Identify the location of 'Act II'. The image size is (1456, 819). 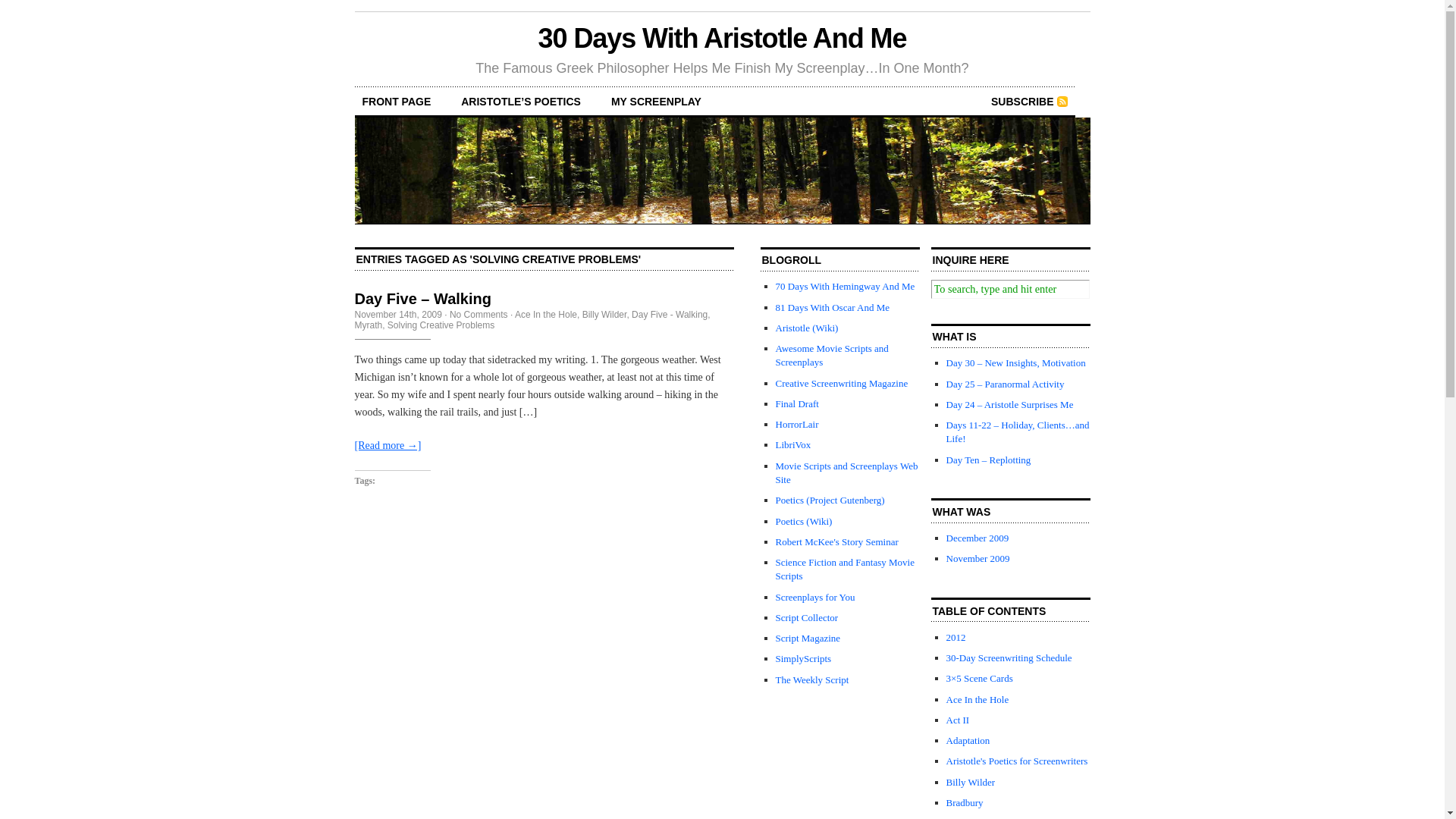
(946, 719).